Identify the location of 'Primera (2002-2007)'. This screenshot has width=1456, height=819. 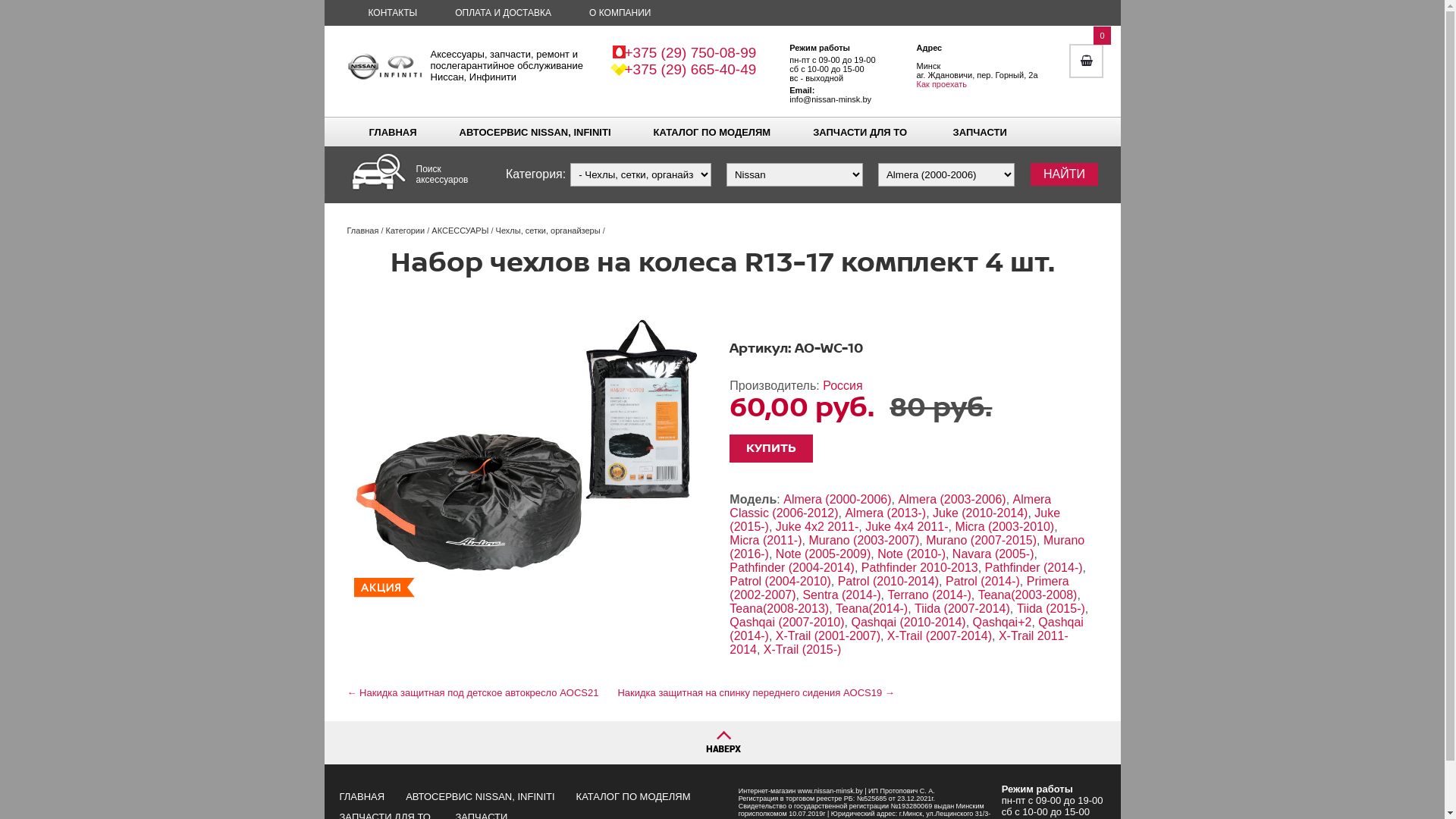
(899, 587).